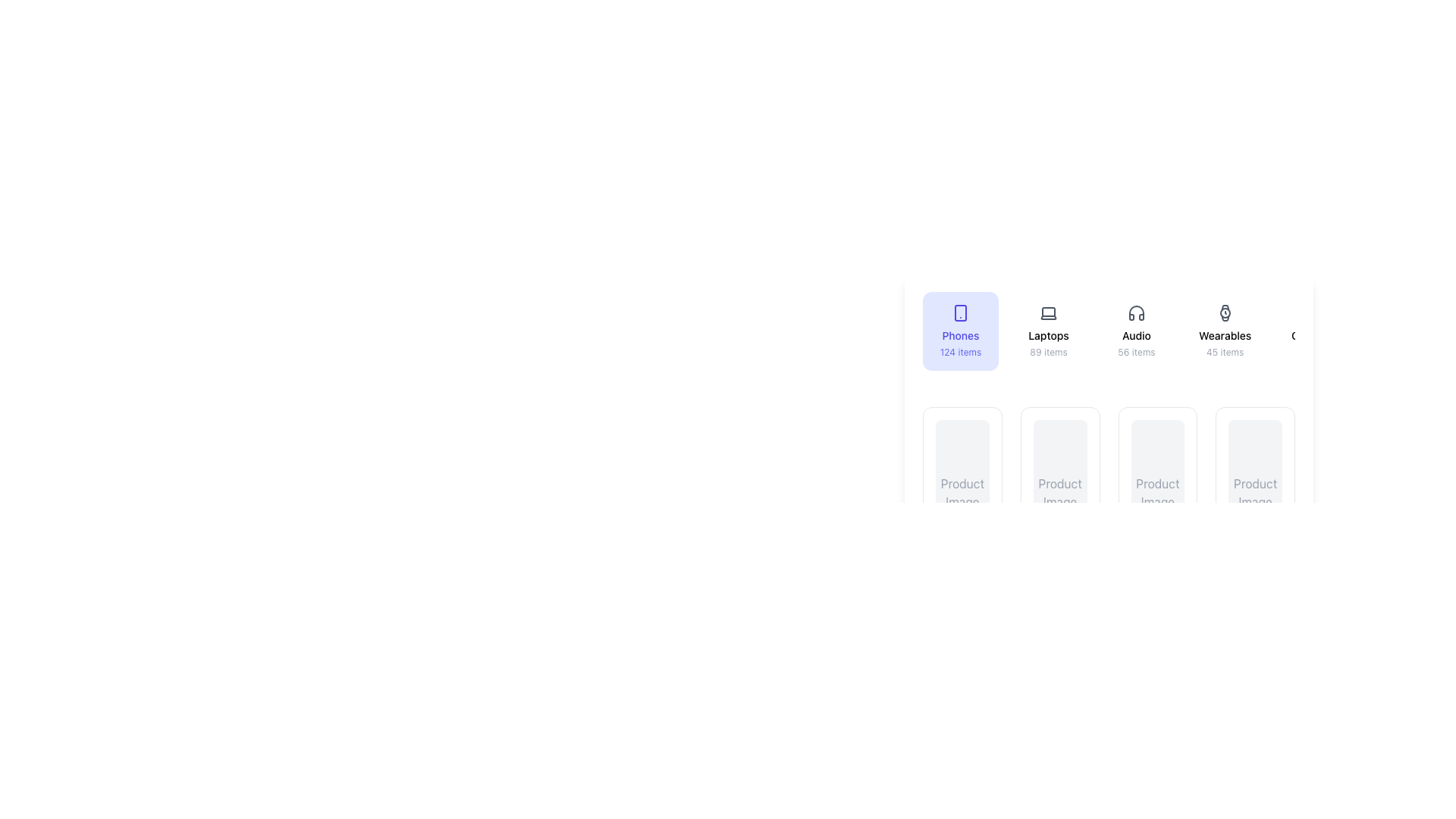 This screenshot has width=1456, height=819. I want to click on the text label displaying the count of items in the 'Phones' category, located beneath the 'Phones' label in the product categories menu, so click(960, 353).